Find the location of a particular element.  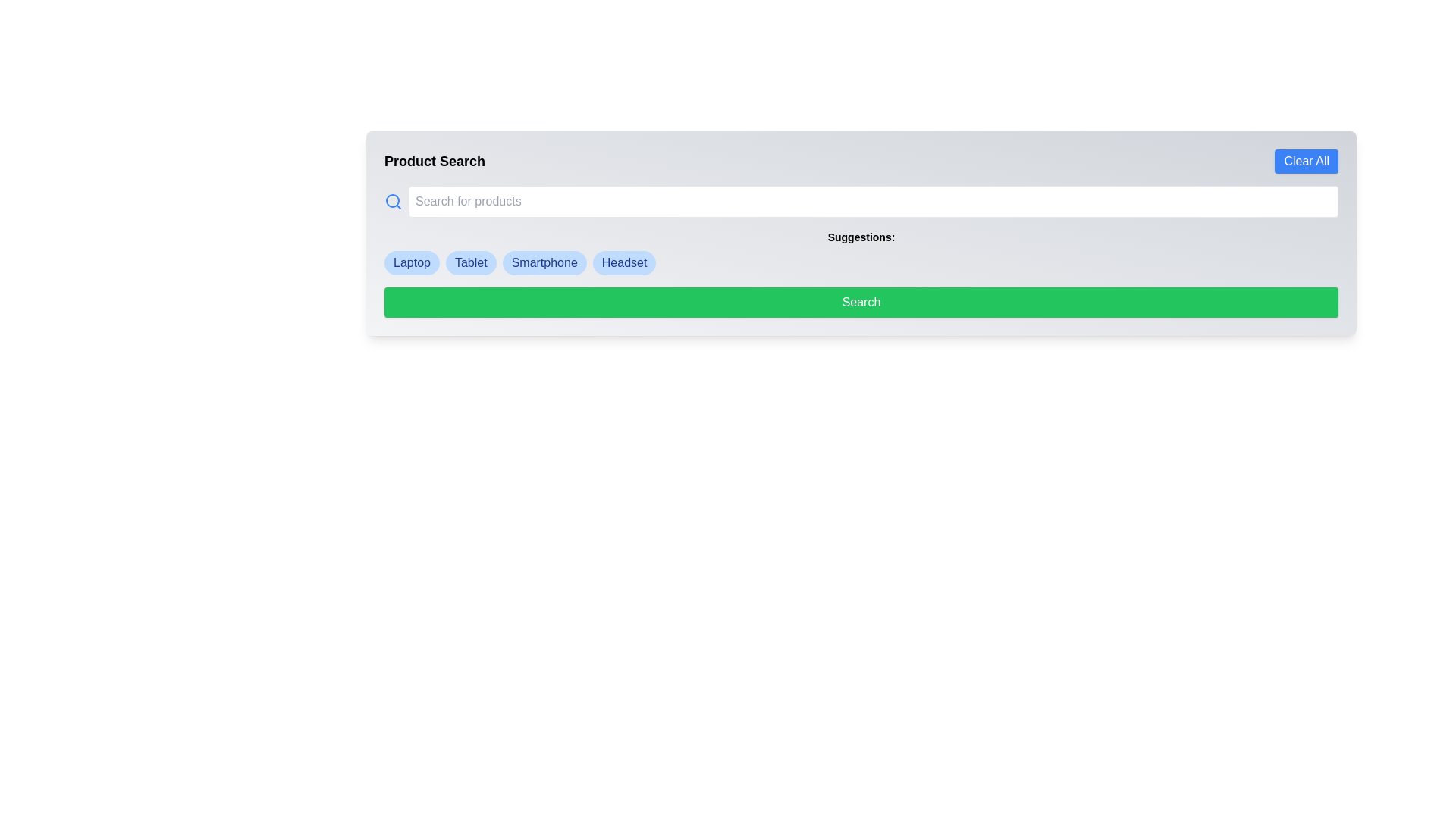

the bold, large-text title 'Product Search' displayed in black font, which is positioned at the top-left corner of a horizontal layout bar is located at coordinates (434, 161).